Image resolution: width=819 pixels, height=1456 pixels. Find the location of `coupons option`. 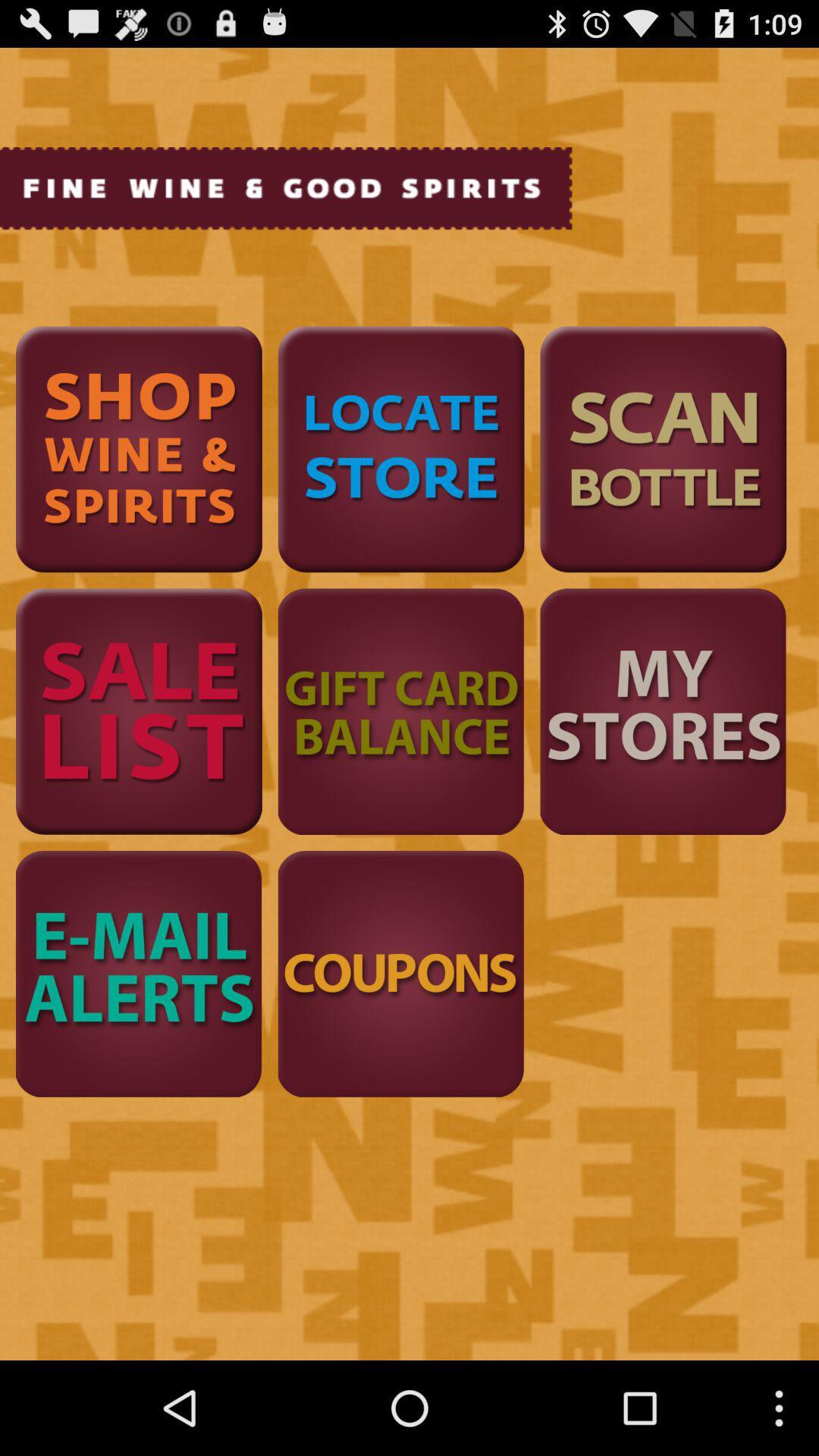

coupons option is located at coordinates (400, 974).